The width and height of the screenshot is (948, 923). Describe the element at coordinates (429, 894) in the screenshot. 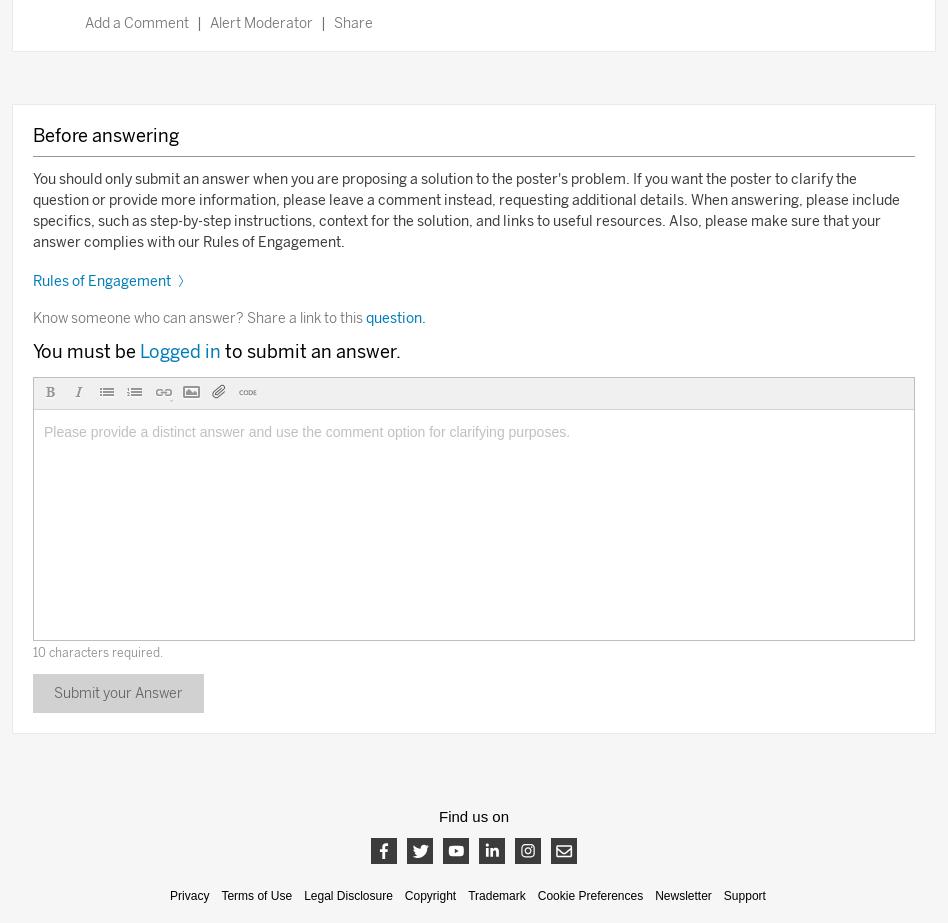

I see `'Copyright'` at that location.